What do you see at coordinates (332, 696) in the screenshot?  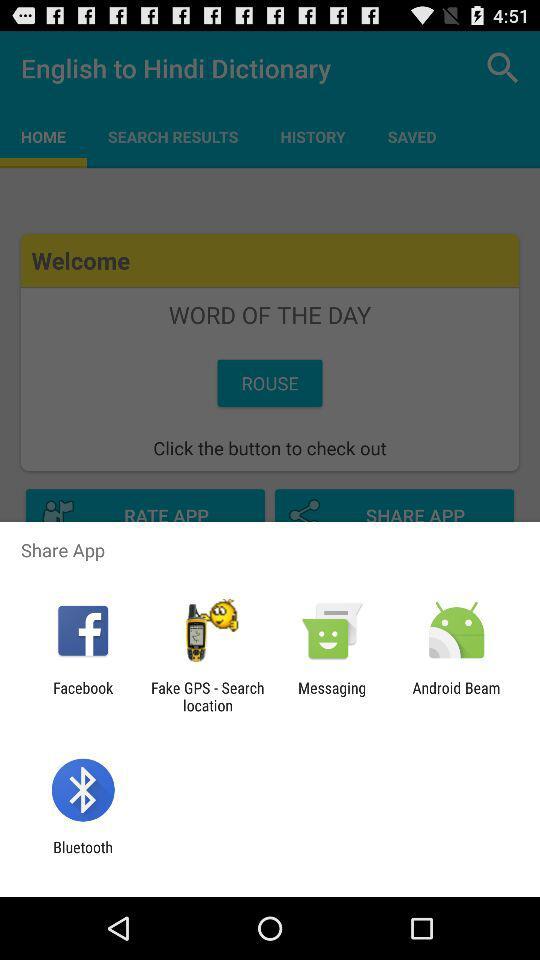 I see `the icon to the left of android beam app` at bounding box center [332, 696].